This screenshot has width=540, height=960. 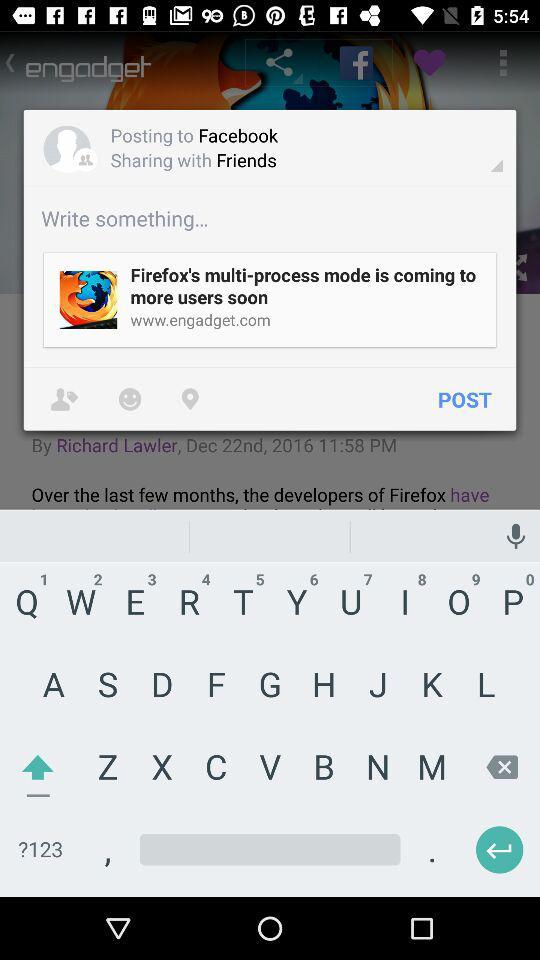 I want to click on tap the facebook icon, so click(x=355, y=63).